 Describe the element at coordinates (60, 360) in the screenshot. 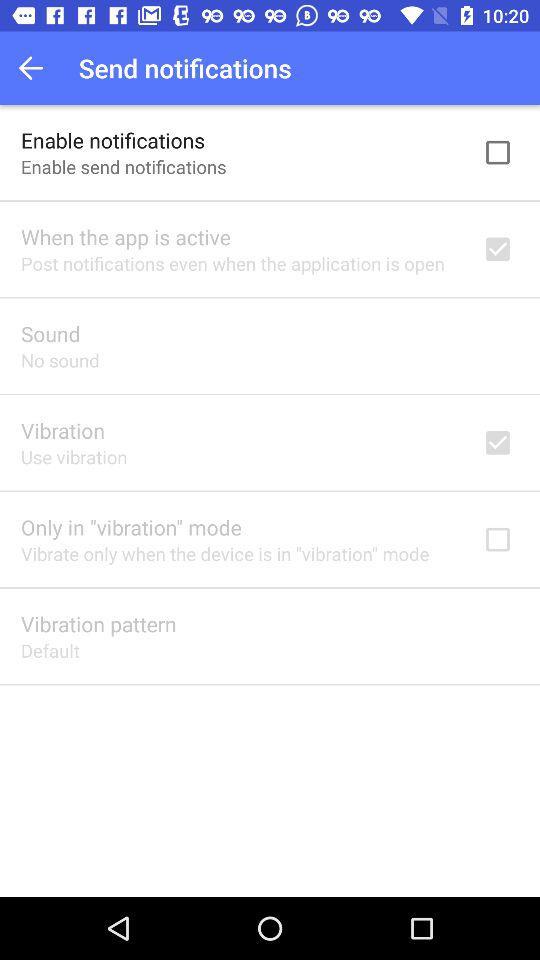

I see `the no sound` at that location.